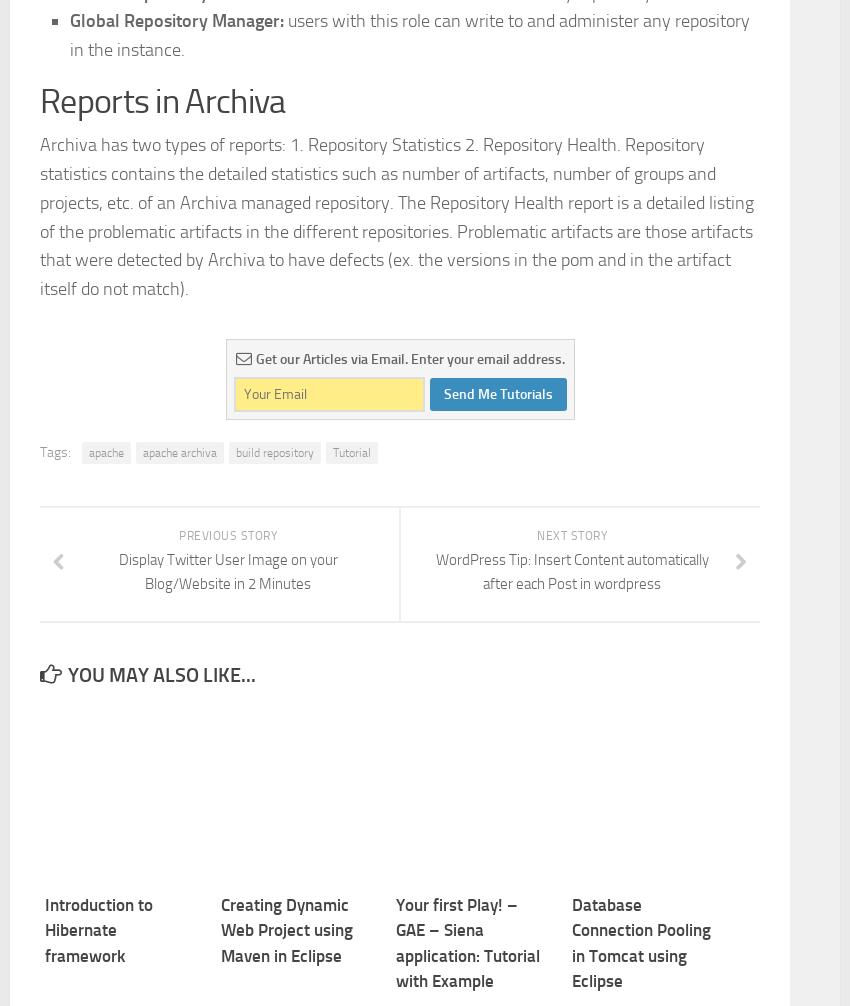  What do you see at coordinates (177, 271) in the screenshot?
I see `'Global Repository Observer:'` at bounding box center [177, 271].